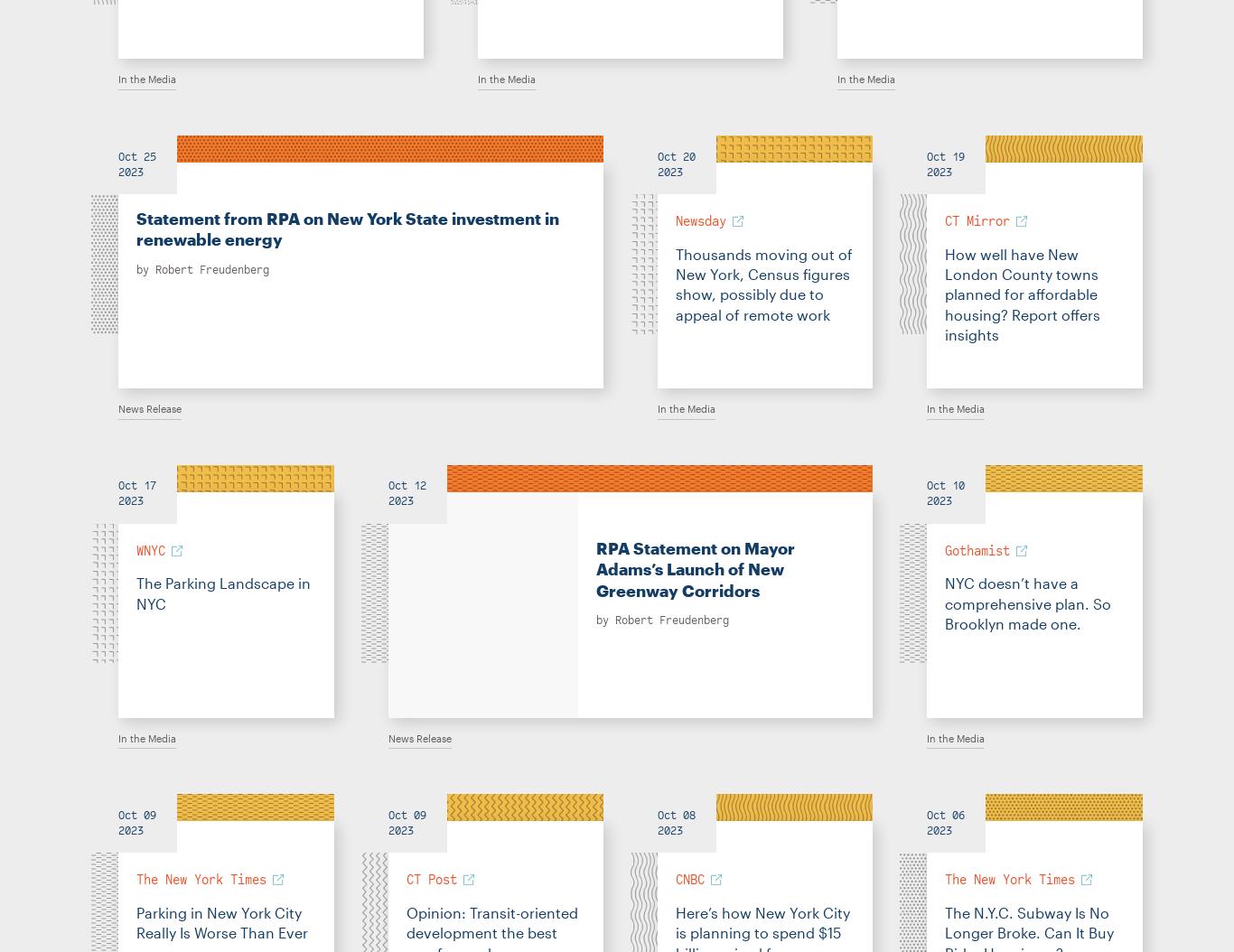  What do you see at coordinates (223, 593) in the screenshot?
I see `'The Parking Landscape in NYC'` at bounding box center [223, 593].